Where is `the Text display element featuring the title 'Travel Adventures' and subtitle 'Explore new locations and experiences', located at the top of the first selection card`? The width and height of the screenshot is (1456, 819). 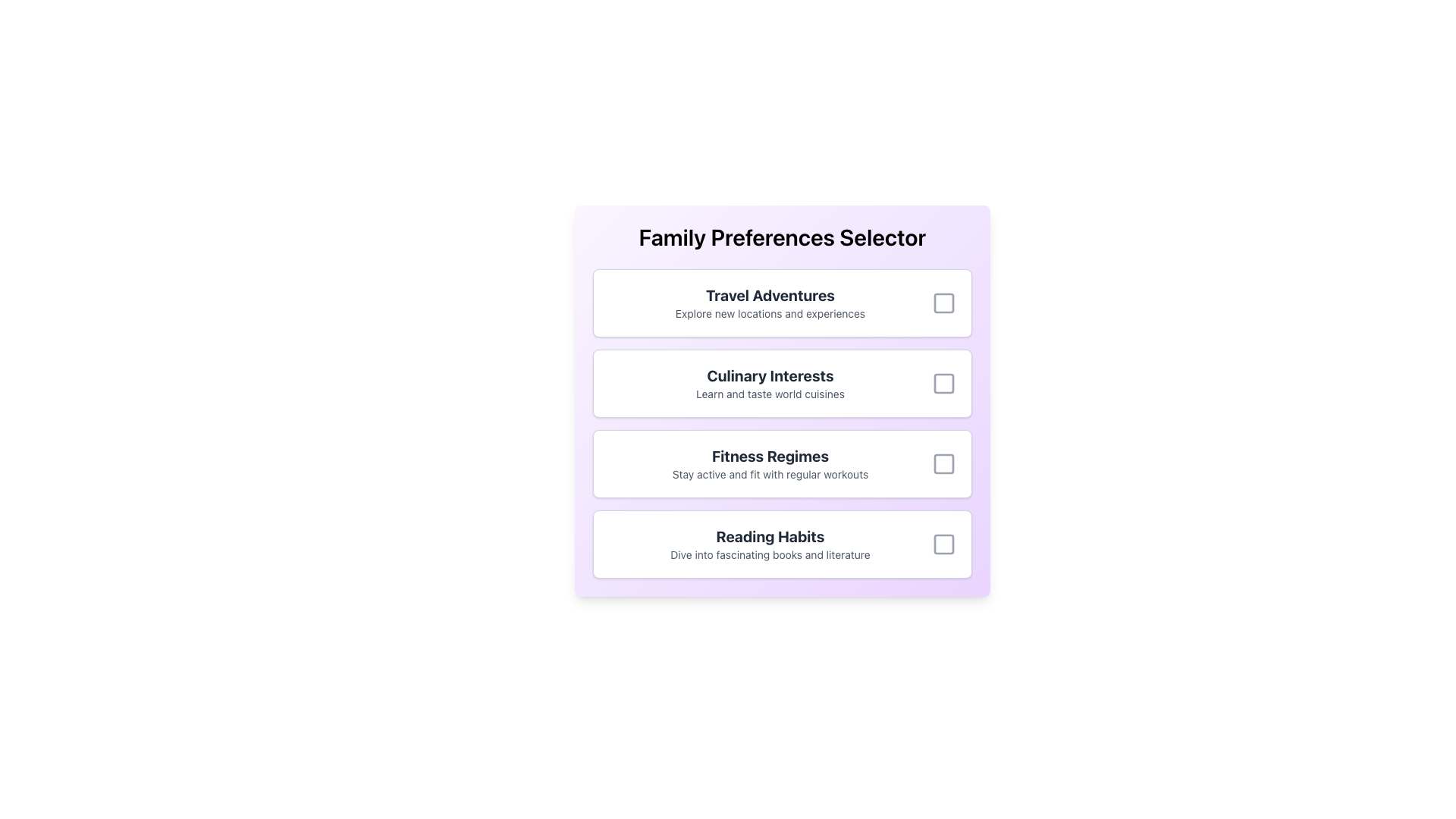 the Text display element featuring the title 'Travel Adventures' and subtitle 'Explore new locations and experiences', located at the top of the first selection card is located at coordinates (770, 303).